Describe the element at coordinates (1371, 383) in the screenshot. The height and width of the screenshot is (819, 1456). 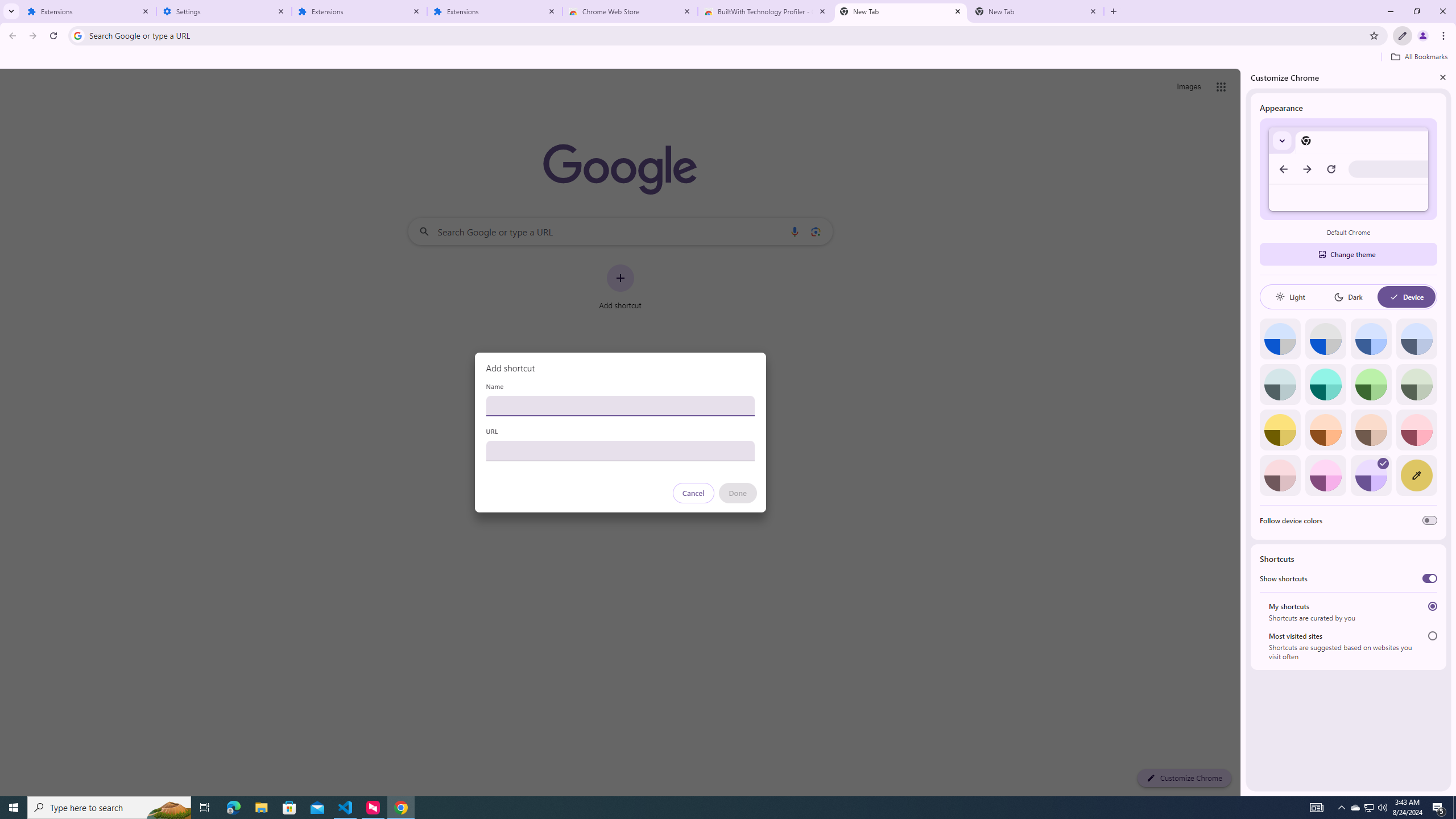
I see `'Green'` at that location.